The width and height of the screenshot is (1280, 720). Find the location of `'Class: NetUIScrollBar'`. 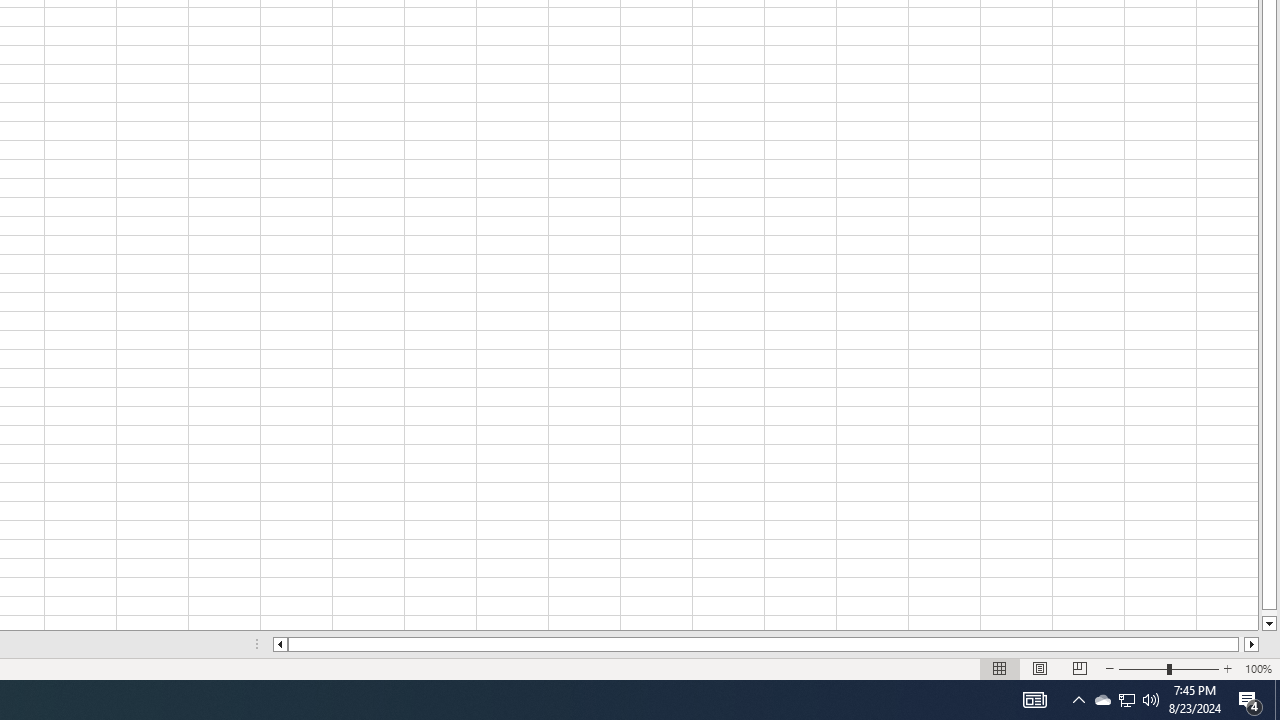

'Class: NetUIScrollBar' is located at coordinates (765, 644).